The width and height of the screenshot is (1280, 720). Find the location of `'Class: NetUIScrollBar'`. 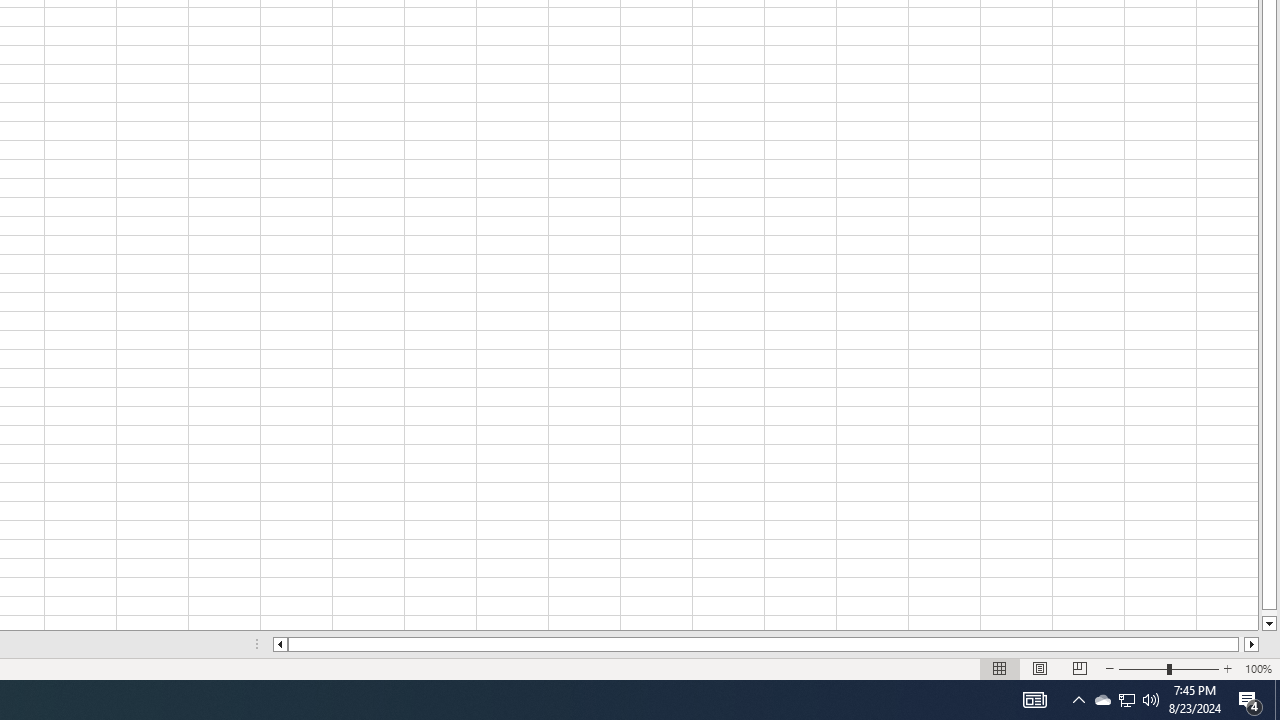

'Class: NetUIScrollBar' is located at coordinates (765, 644).